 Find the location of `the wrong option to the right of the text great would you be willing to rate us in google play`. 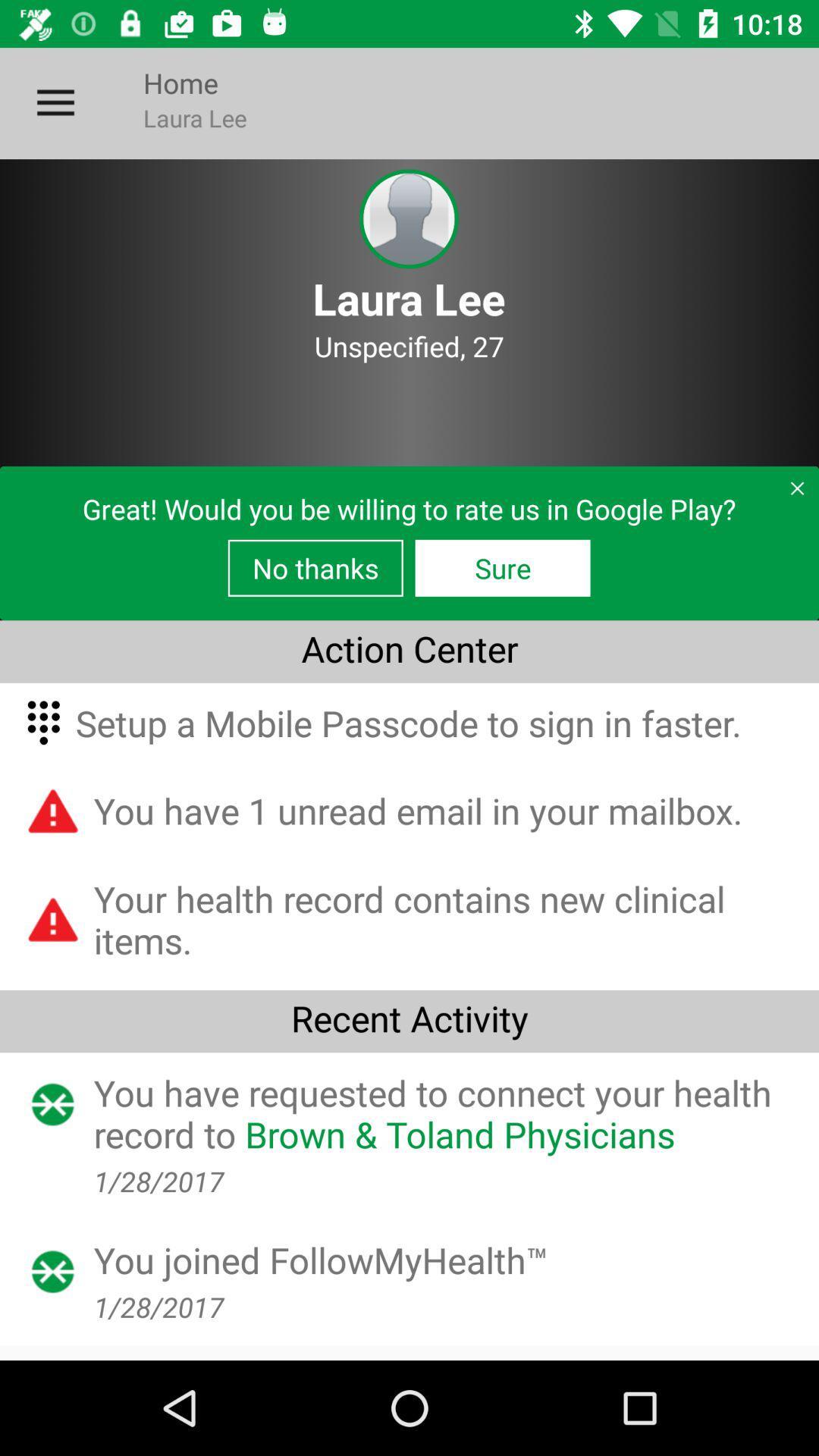

the wrong option to the right of the text great would you be willing to rate us in google play is located at coordinates (789, 494).